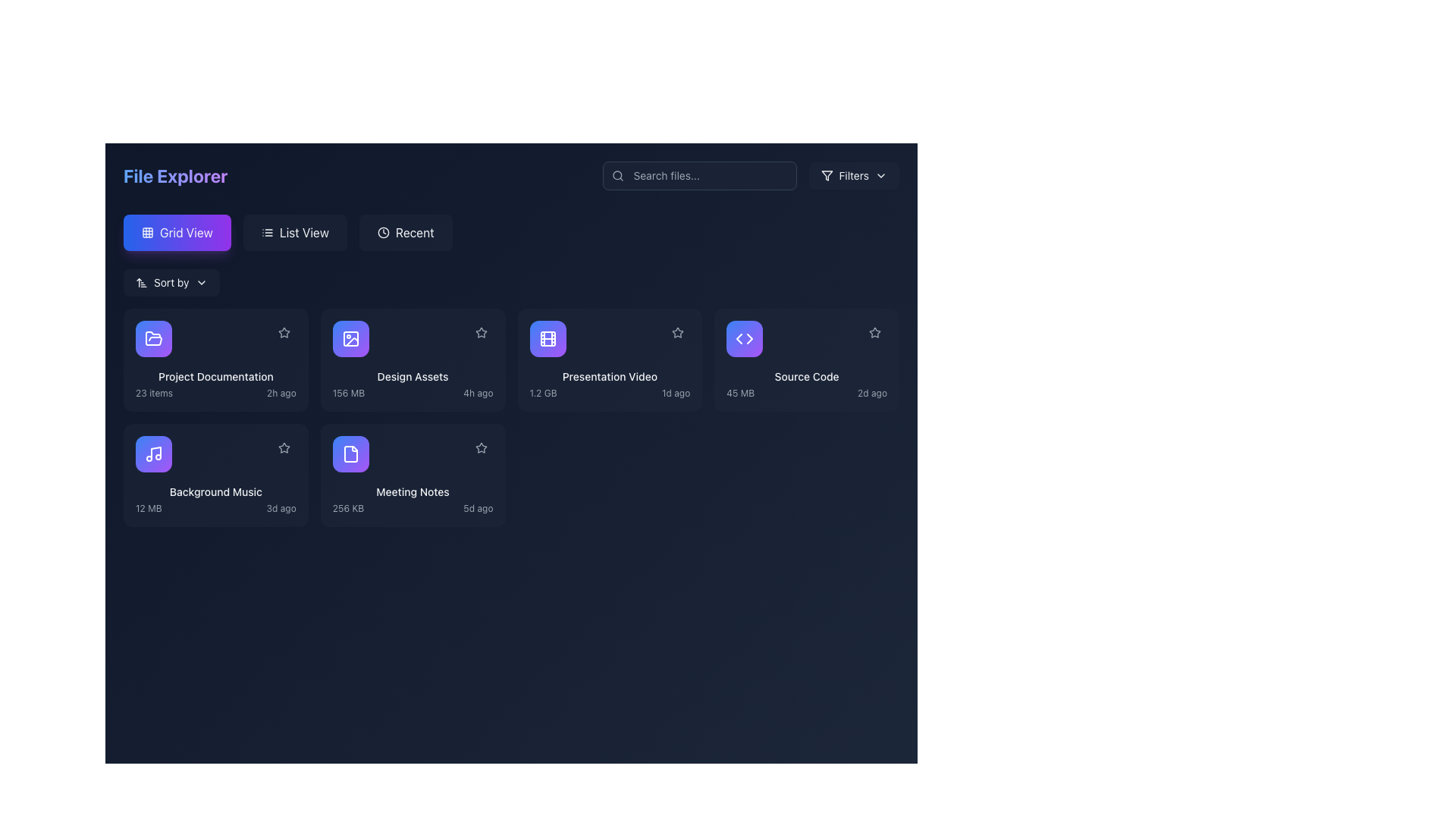 Image resolution: width=1456 pixels, height=819 pixels. What do you see at coordinates (872, 393) in the screenshot?
I see `the text label displaying '2d ago', which is styled in gray and smaller font size, located in the bottom right corner of the item card for 'Source Code'` at bounding box center [872, 393].